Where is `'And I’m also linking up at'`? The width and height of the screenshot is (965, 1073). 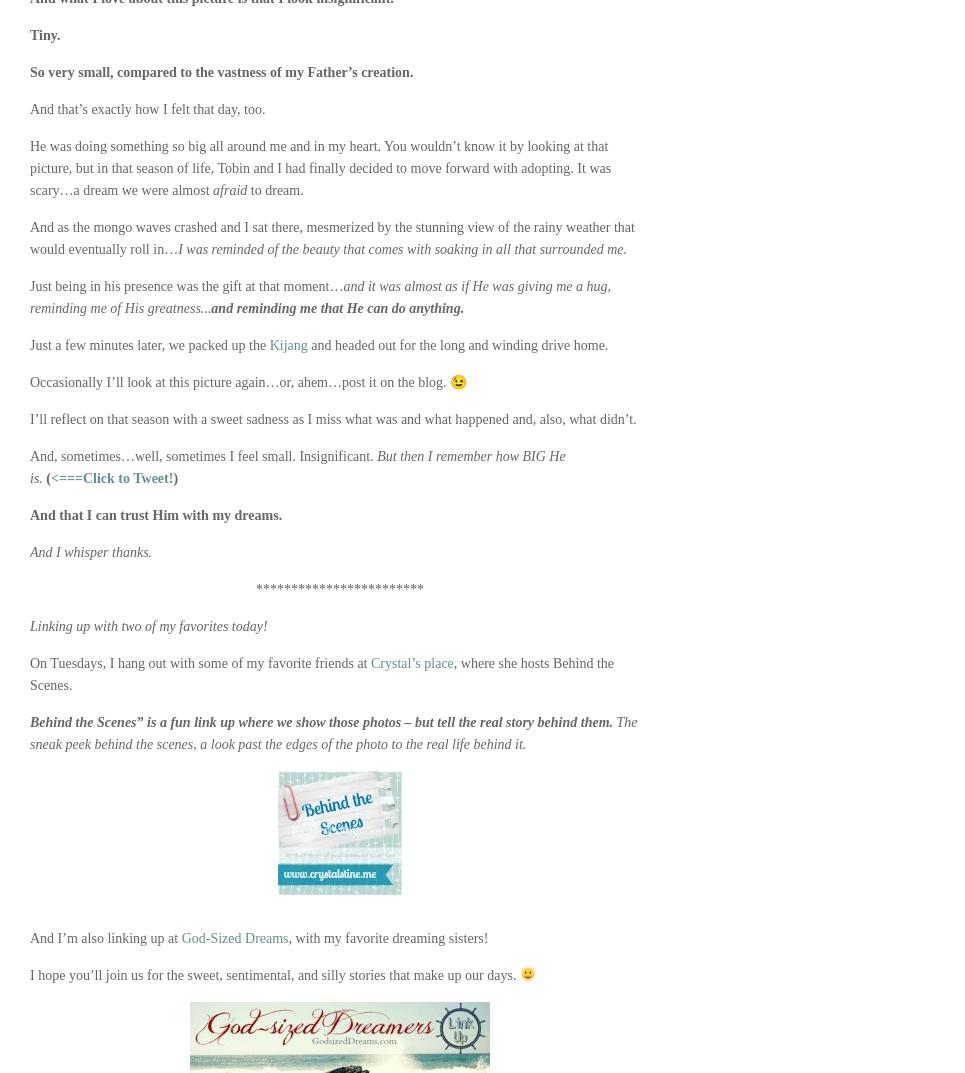 'And I’m also linking up at' is located at coordinates (104, 938).